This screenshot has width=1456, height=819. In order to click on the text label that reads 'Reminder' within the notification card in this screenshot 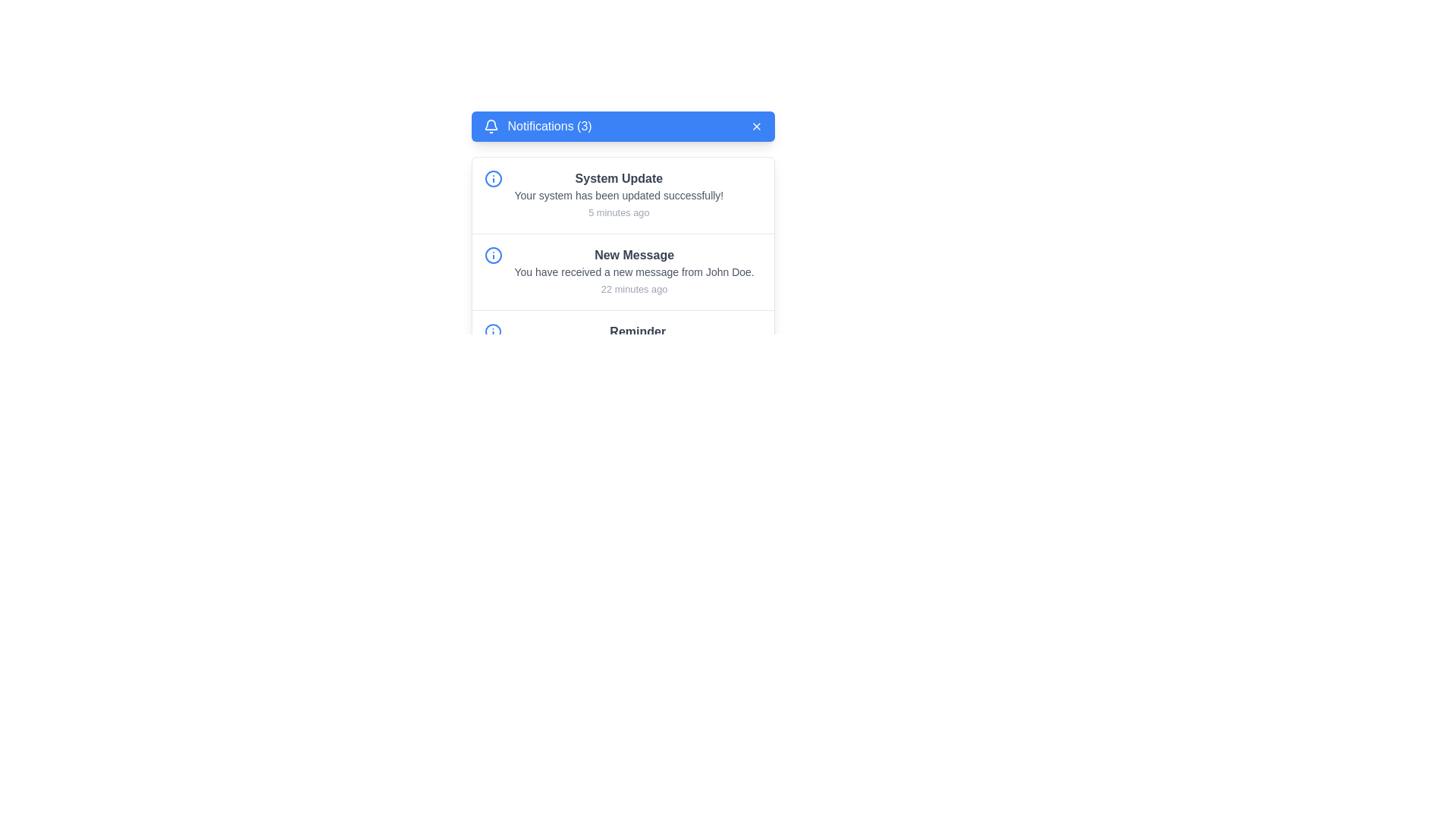, I will do `click(638, 331)`.